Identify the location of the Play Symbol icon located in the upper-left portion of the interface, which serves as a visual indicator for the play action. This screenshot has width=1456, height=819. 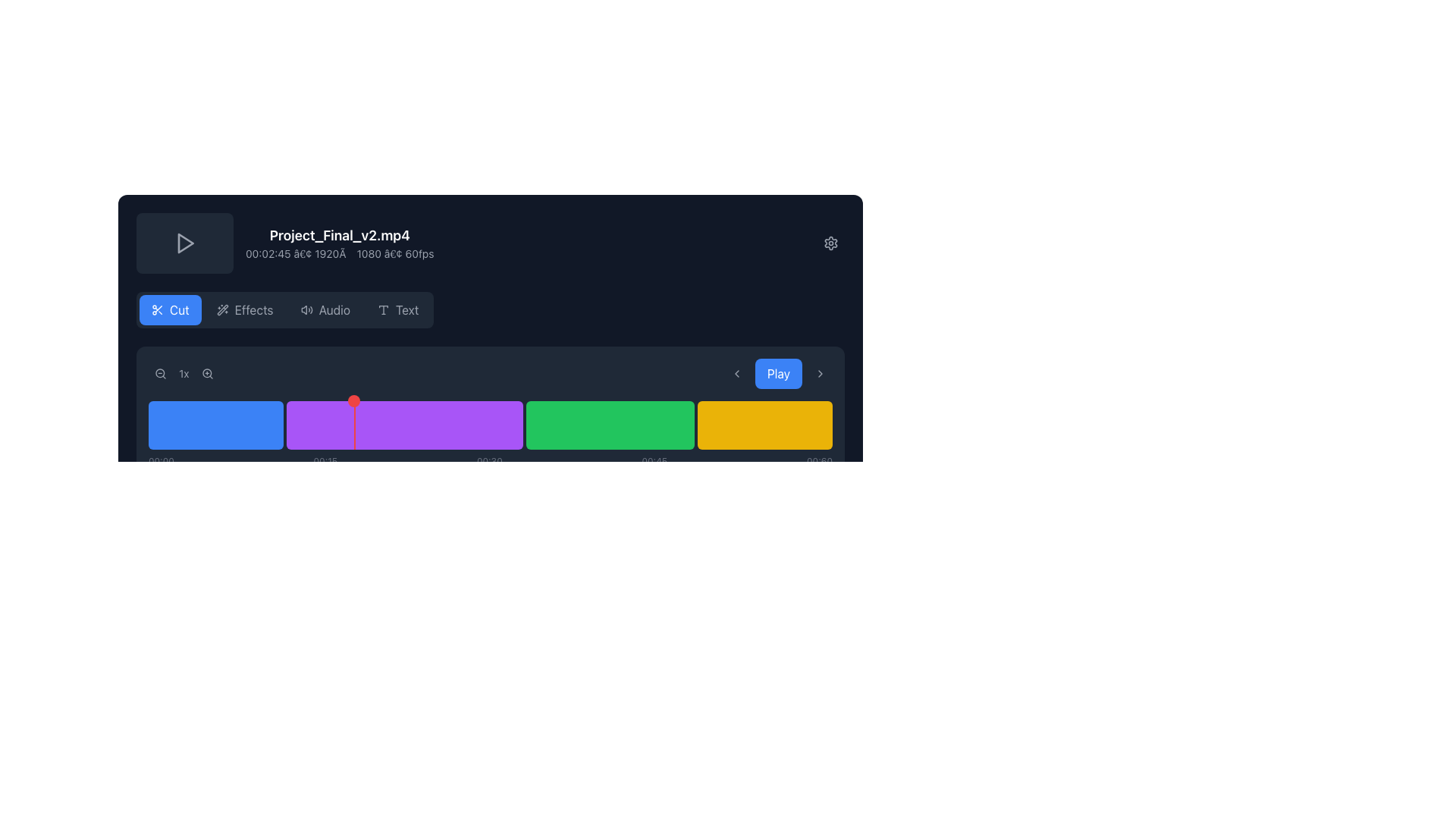
(184, 242).